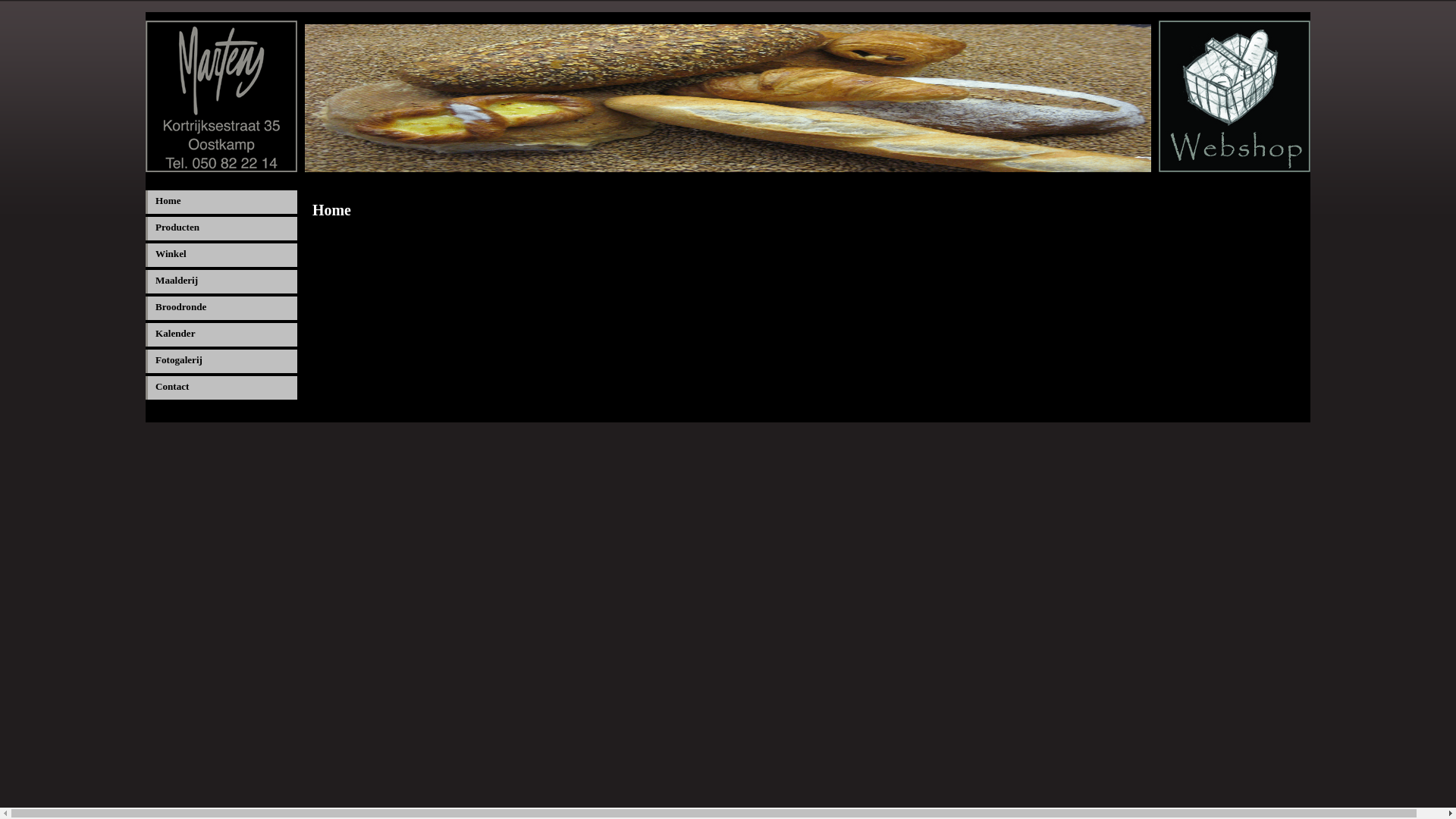 The height and width of the screenshot is (819, 1456). I want to click on 'Kalender', so click(221, 334).